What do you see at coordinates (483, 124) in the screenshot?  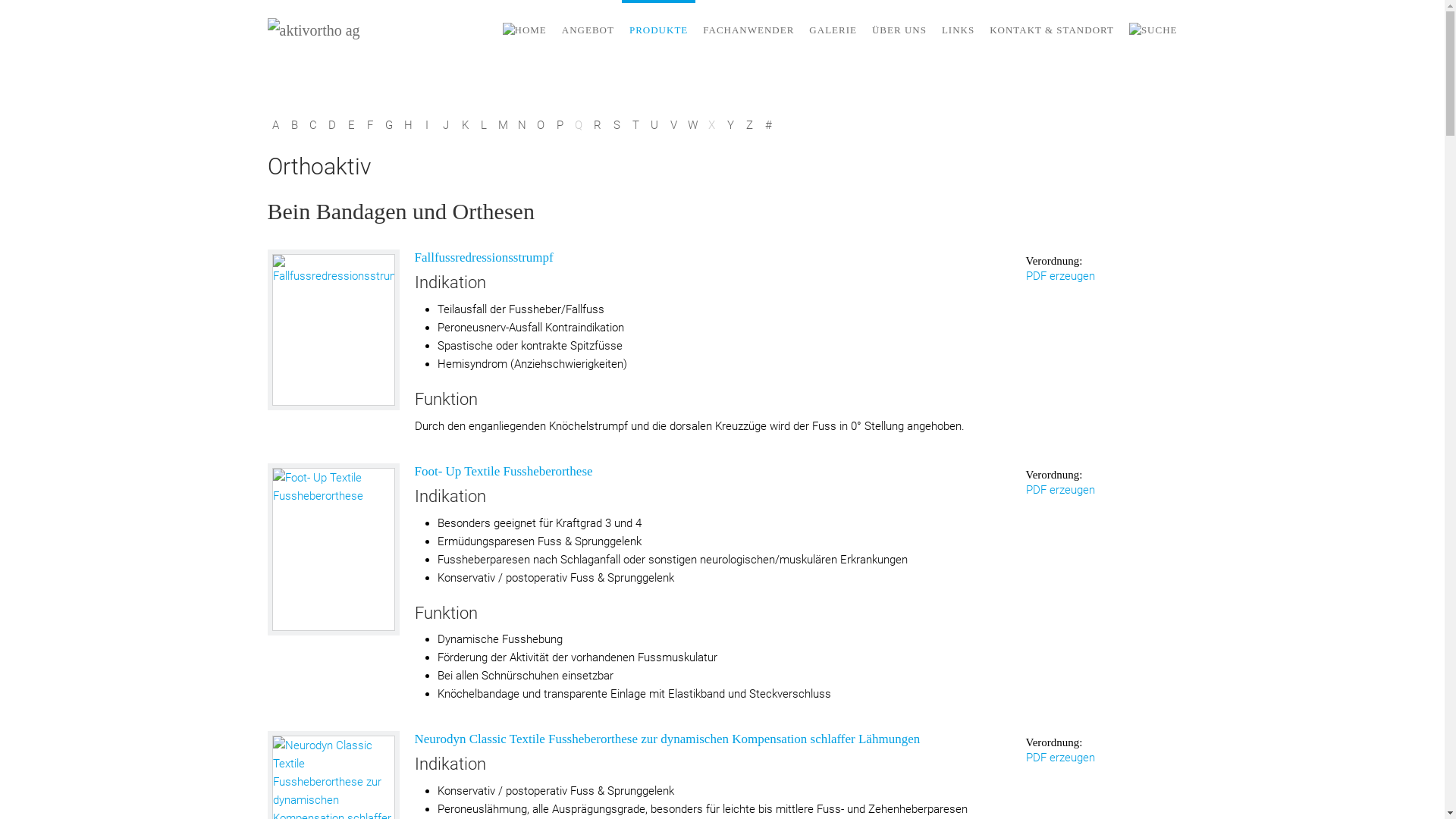 I see `'L'` at bounding box center [483, 124].